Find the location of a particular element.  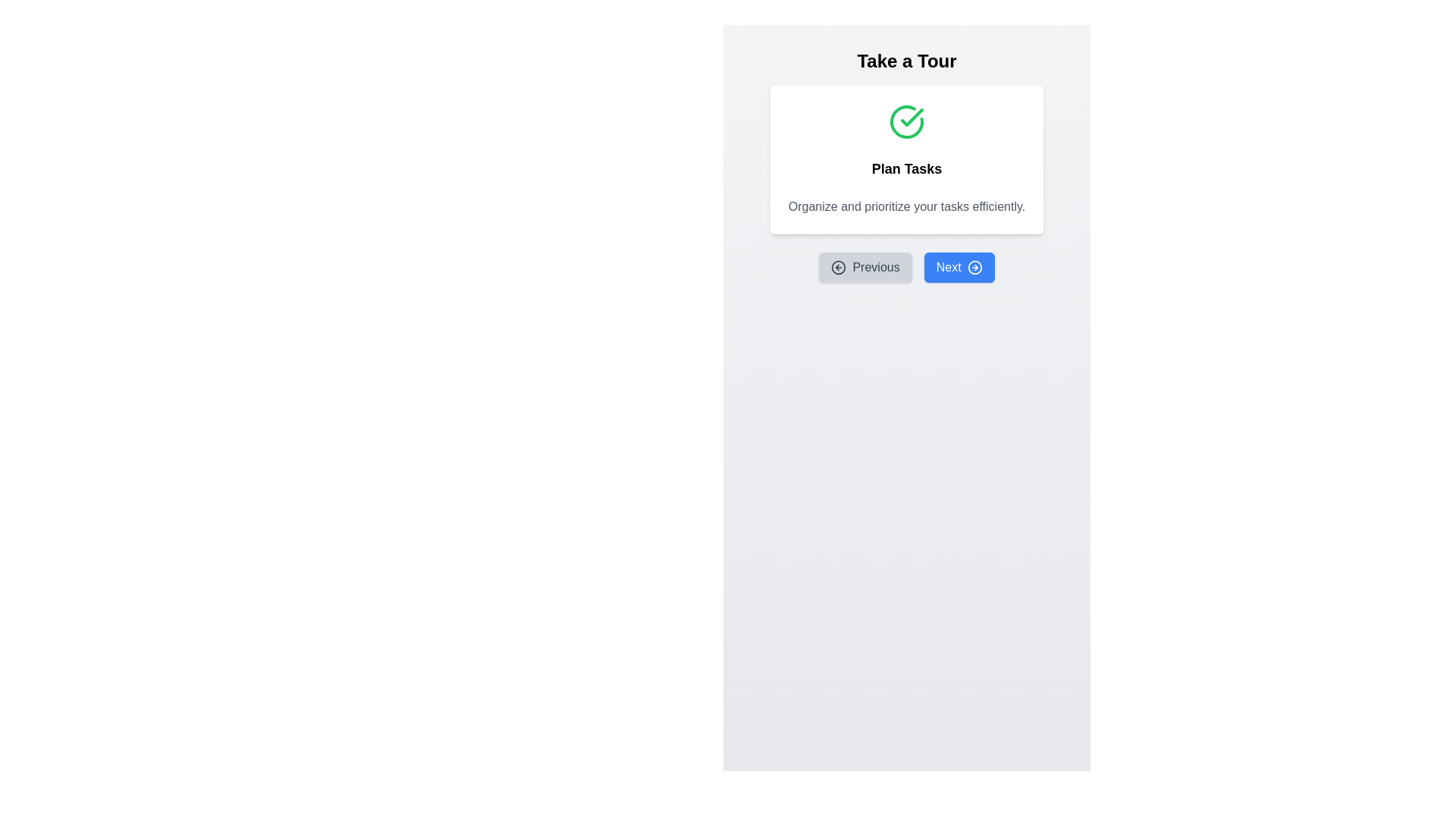

the success icon located at the top of the 'Plan Tasks' card, which is centrally aligned above the textual content is located at coordinates (906, 121).